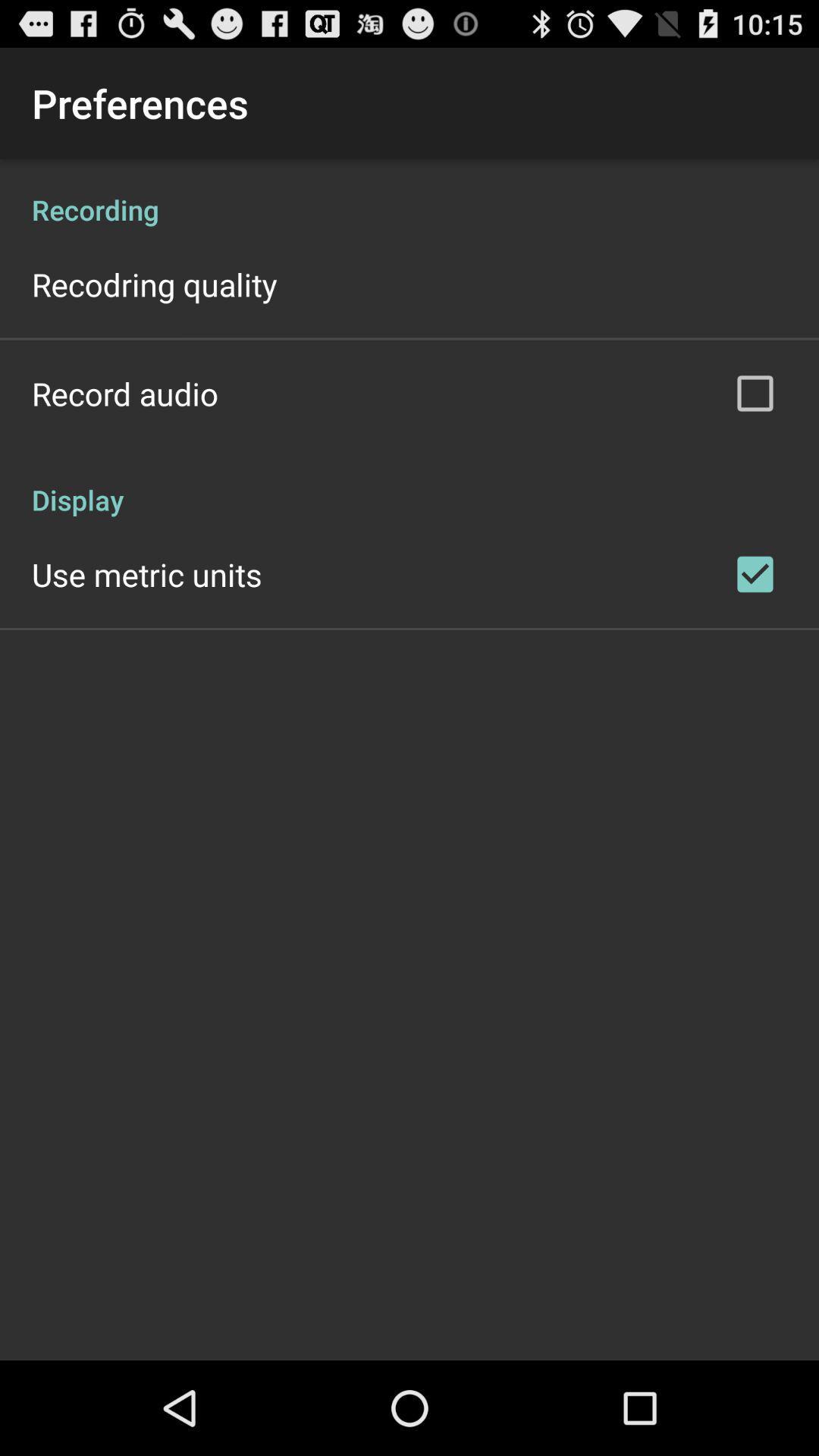 This screenshot has width=819, height=1456. Describe the element at coordinates (124, 393) in the screenshot. I see `the app below recodring quality icon` at that location.